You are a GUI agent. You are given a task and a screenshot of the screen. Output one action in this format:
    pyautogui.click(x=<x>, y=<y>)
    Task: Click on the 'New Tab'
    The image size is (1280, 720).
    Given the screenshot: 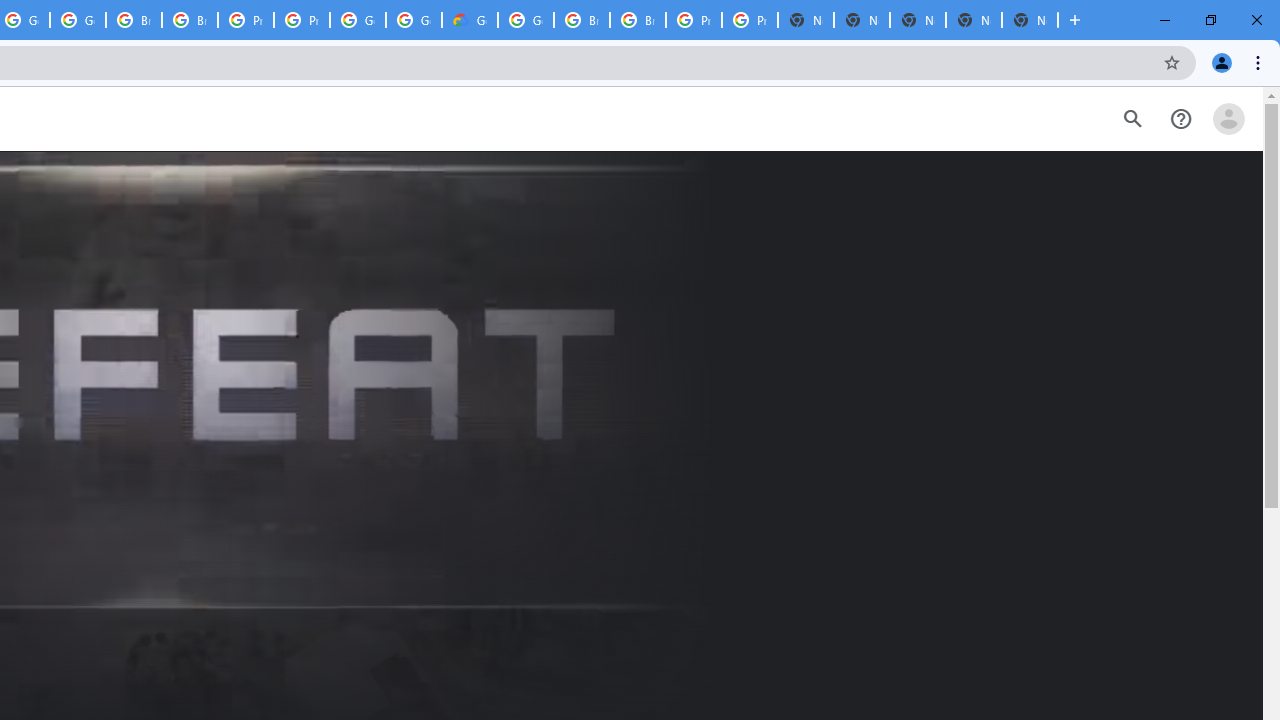 What is the action you would take?
    pyautogui.click(x=1030, y=20)
    